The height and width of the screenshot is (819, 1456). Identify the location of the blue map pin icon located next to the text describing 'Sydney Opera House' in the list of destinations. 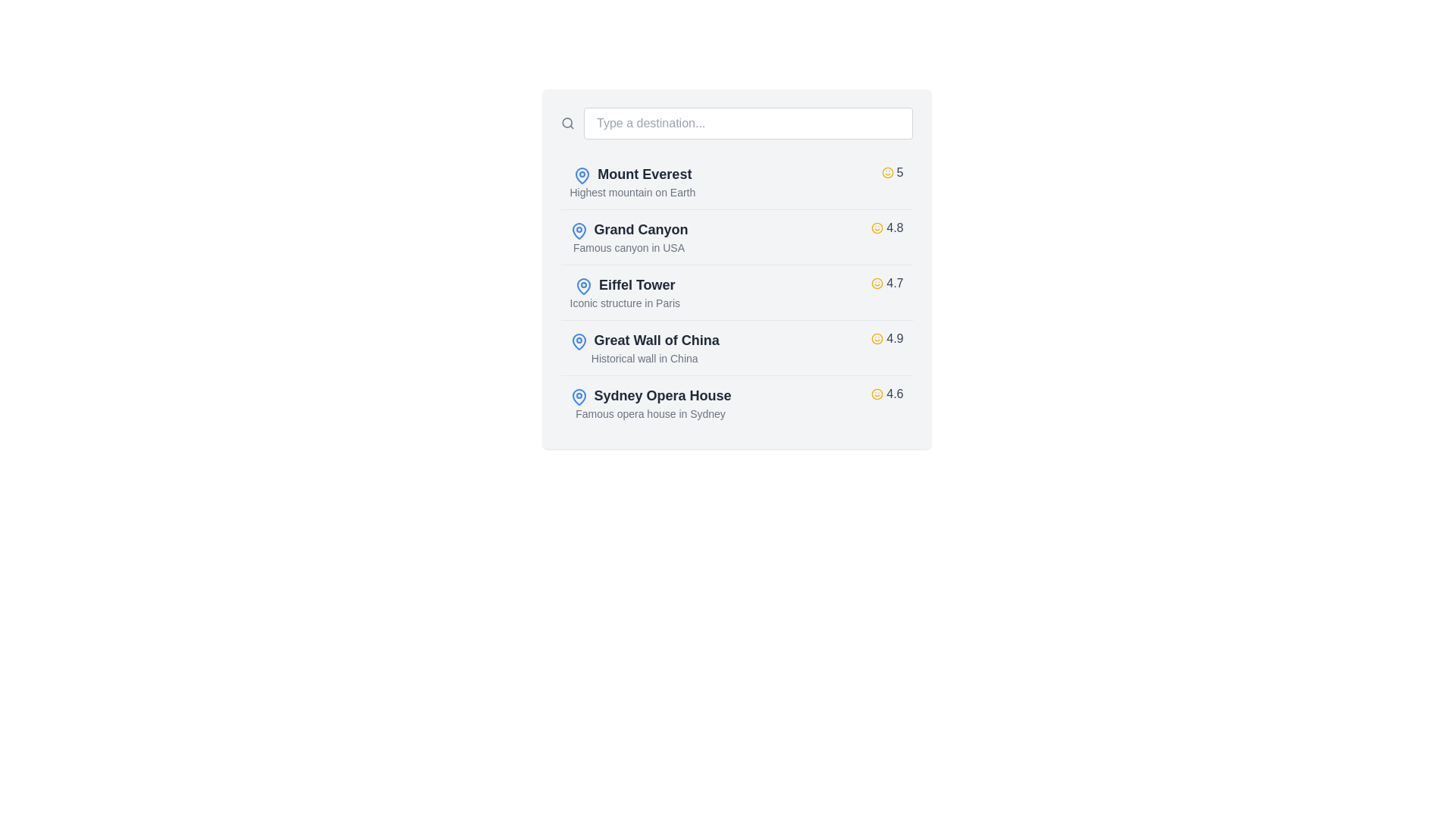
(578, 396).